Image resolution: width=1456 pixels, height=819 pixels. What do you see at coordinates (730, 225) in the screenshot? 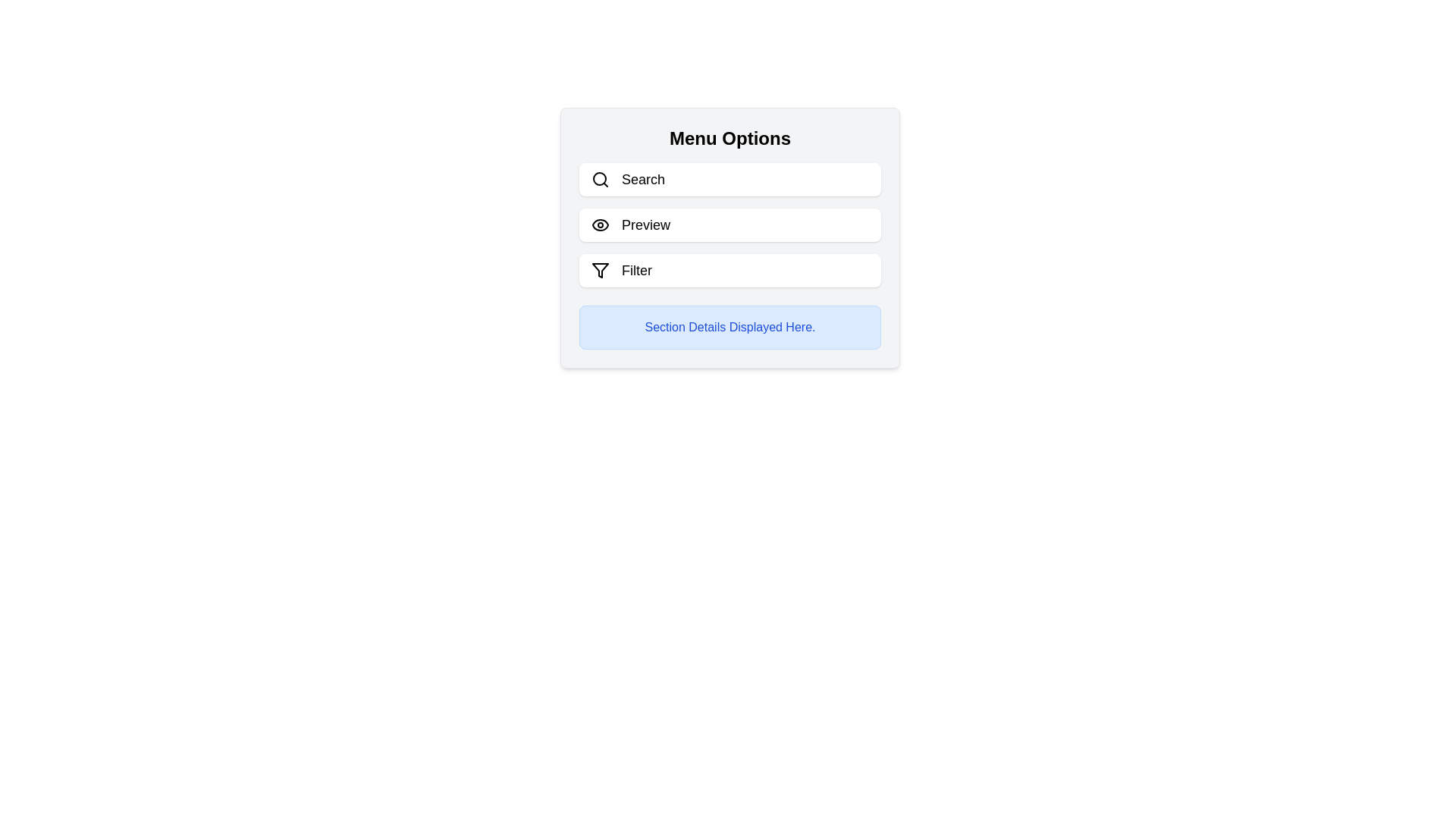
I see `the Preview button to toggle the visibility of the section details` at bounding box center [730, 225].